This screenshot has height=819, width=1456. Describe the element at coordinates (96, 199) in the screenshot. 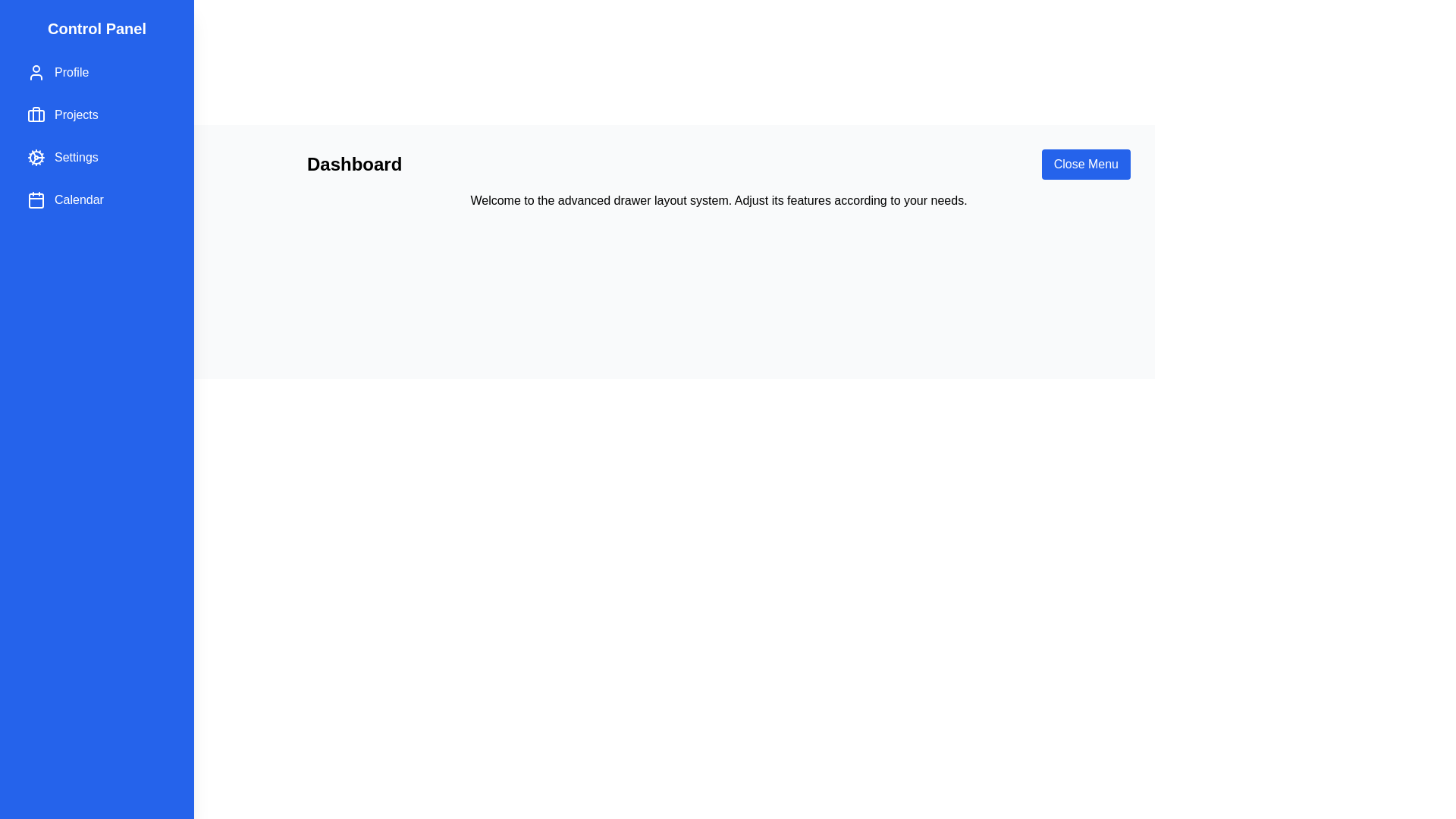

I see `the navigation button located in the left sidebar, which is the fourth item in the vertical menu` at that location.